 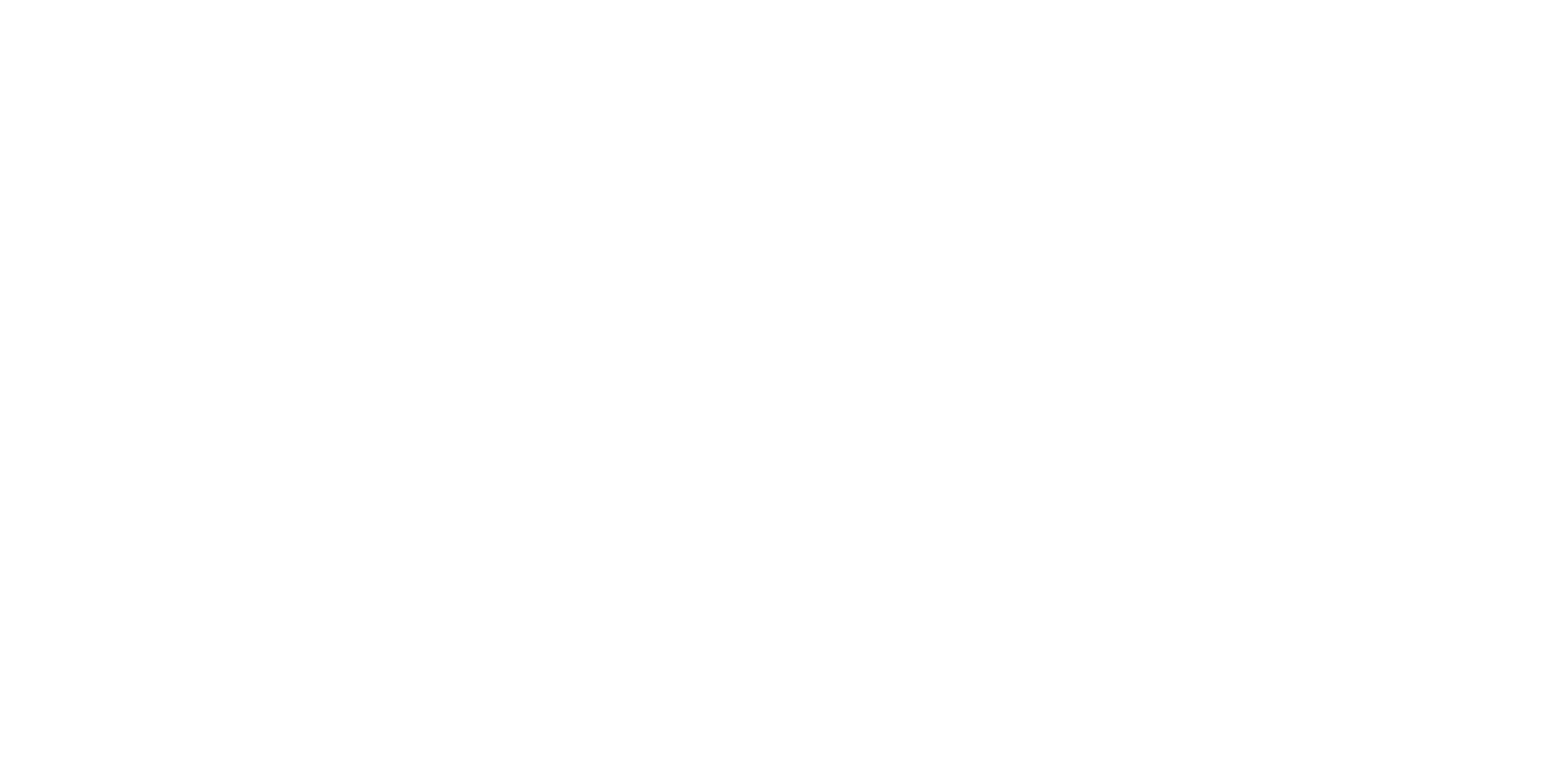 What do you see at coordinates (1019, 575) in the screenshot?
I see `'August 2008'` at bounding box center [1019, 575].